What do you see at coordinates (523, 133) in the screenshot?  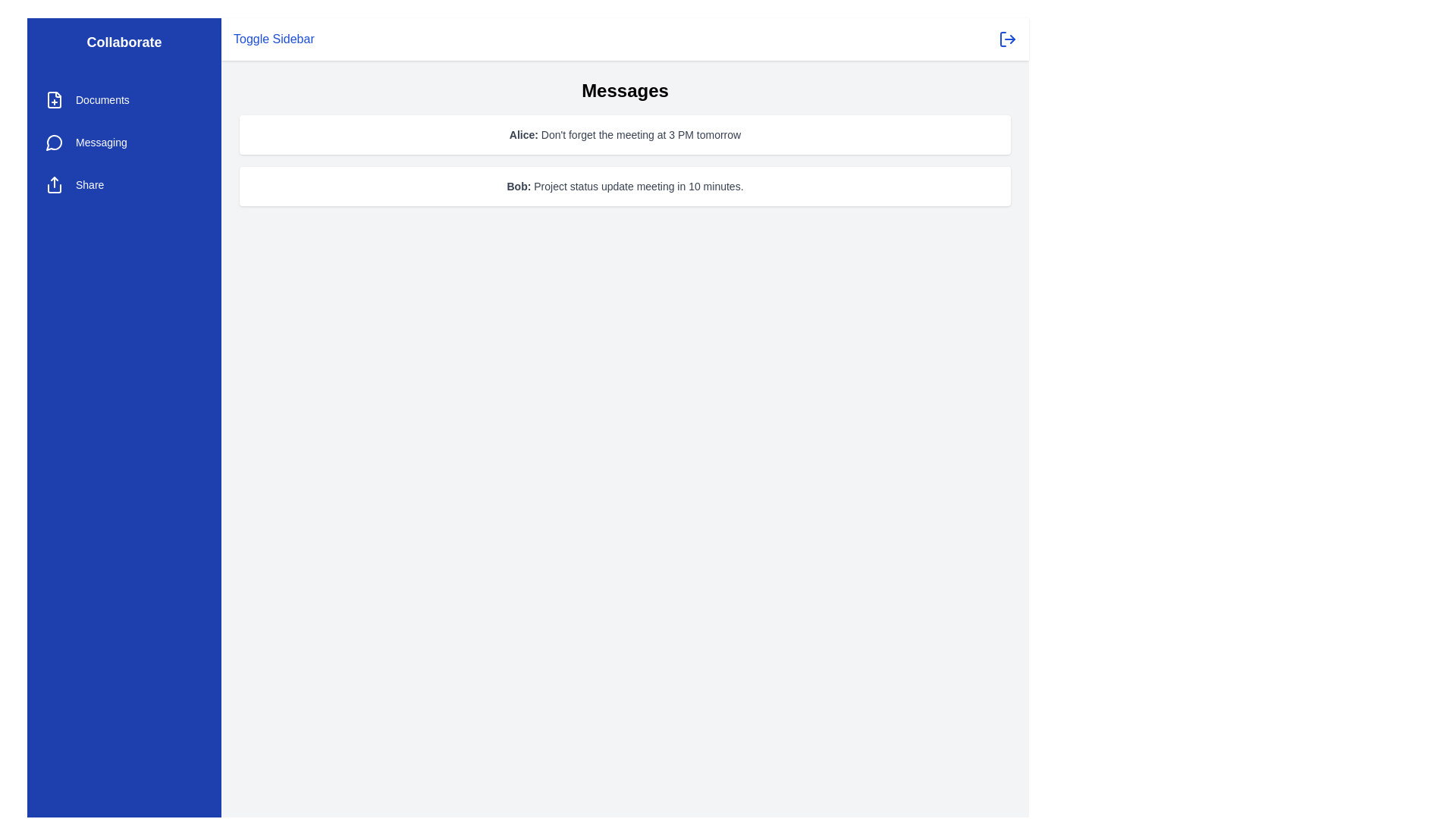 I see `the text element displaying 'Alice:' which is located in the first message box under the 'Messages' heading` at bounding box center [523, 133].